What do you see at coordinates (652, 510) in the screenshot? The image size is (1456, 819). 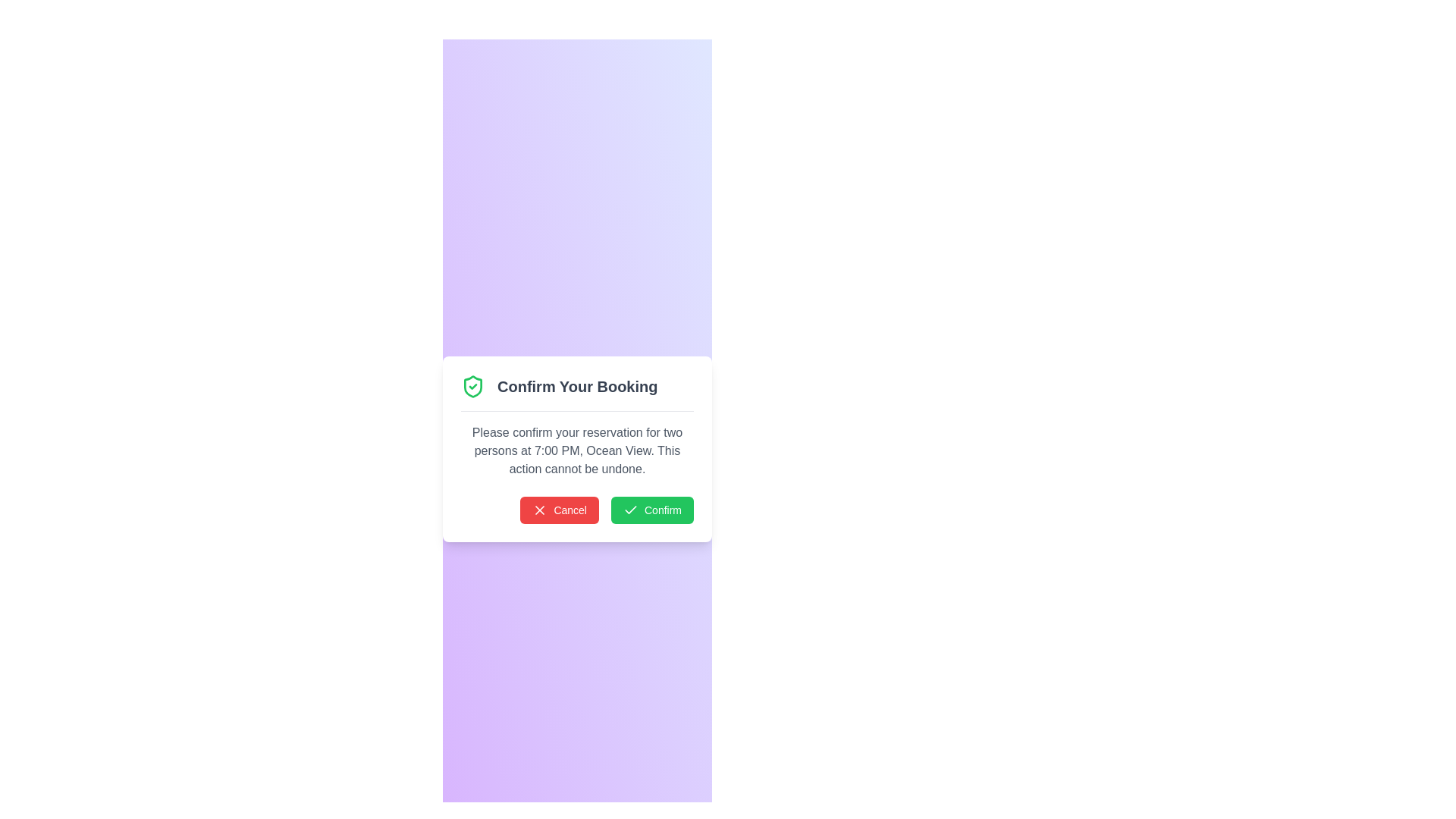 I see `the green rectangular 'Confirm' button with a checkmark icon to confirm the action` at bounding box center [652, 510].